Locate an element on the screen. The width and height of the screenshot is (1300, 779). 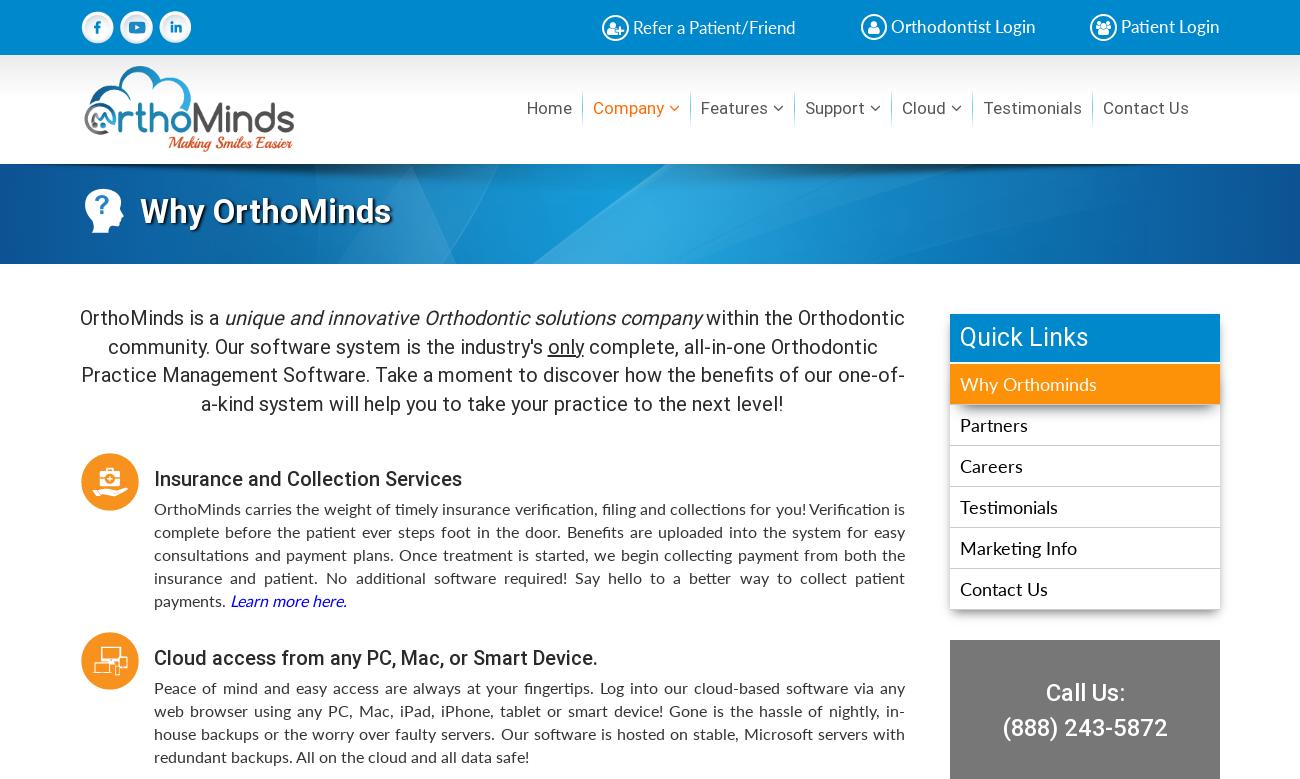
'Marketing Info' is located at coordinates (960, 547).